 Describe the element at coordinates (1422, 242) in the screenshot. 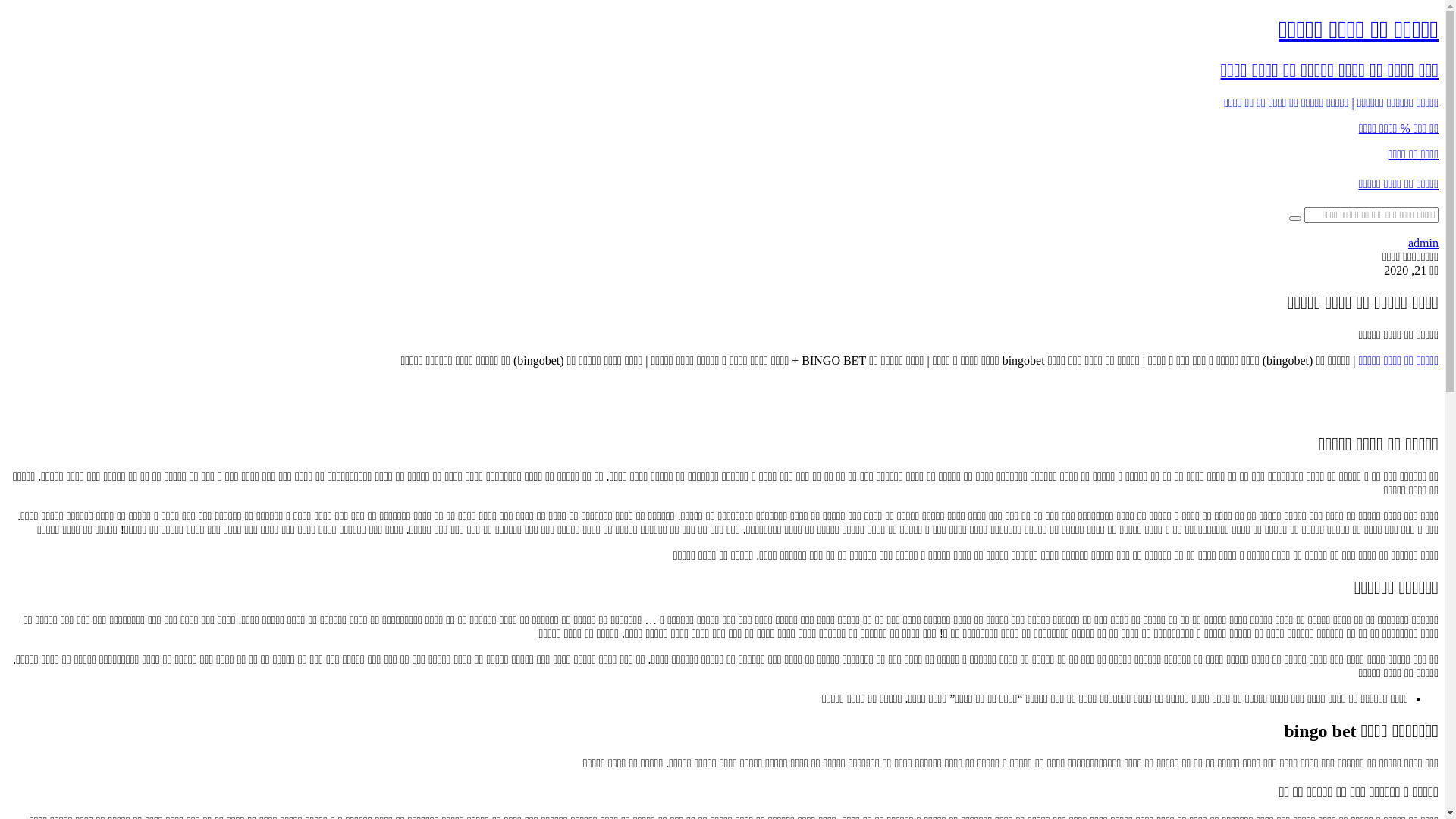

I see `'admin'` at that location.